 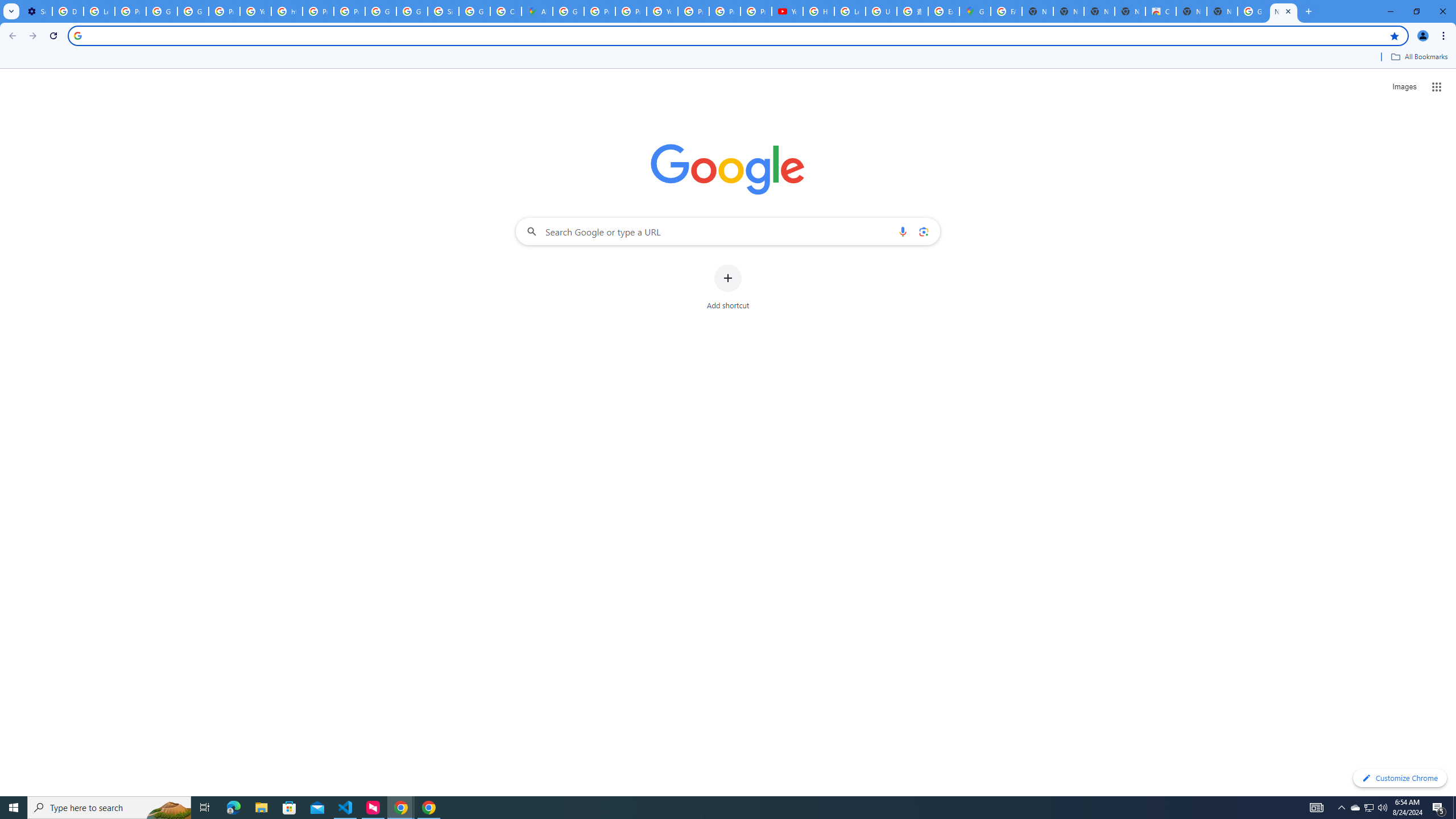 What do you see at coordinates (505, 11) in the screenshot?
I see `'Create your Google Account'` at bounding box center [505, 11].